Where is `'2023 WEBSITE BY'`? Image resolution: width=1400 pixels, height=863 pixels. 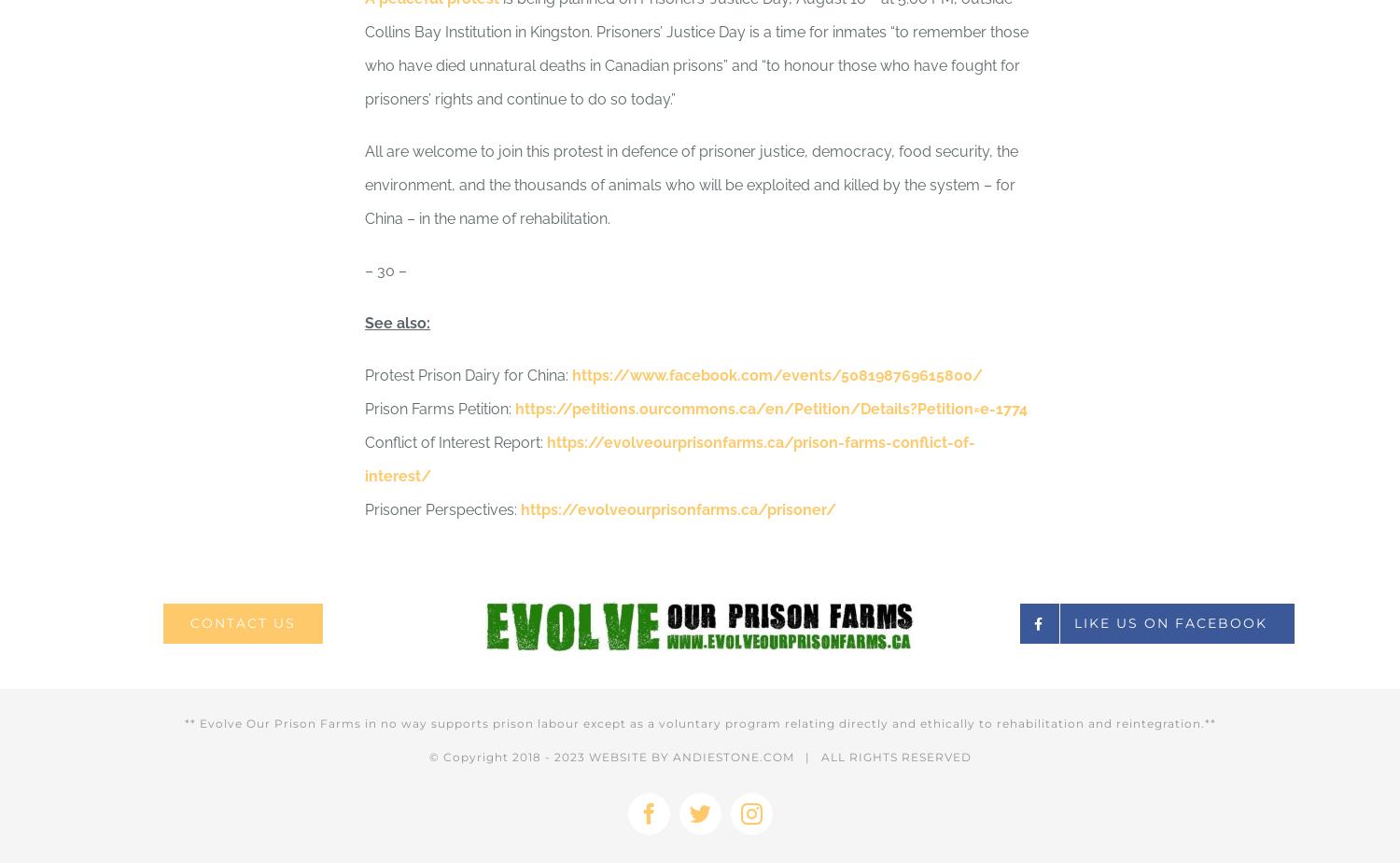 '2023 WEBSITE BY' is located at coordinates (612, 756).